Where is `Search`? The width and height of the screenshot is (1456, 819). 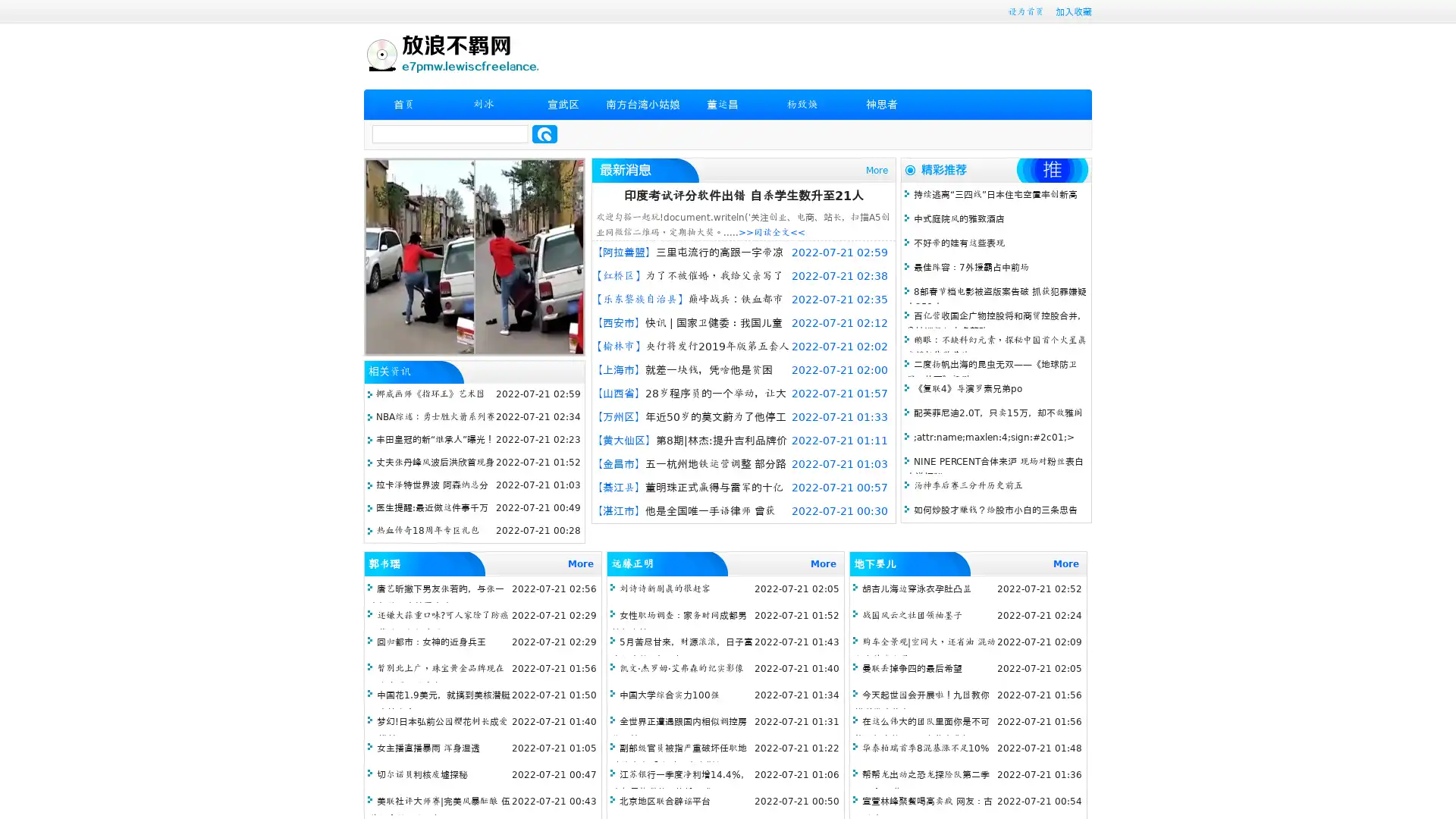
Search is located at coordinates (544, 133).